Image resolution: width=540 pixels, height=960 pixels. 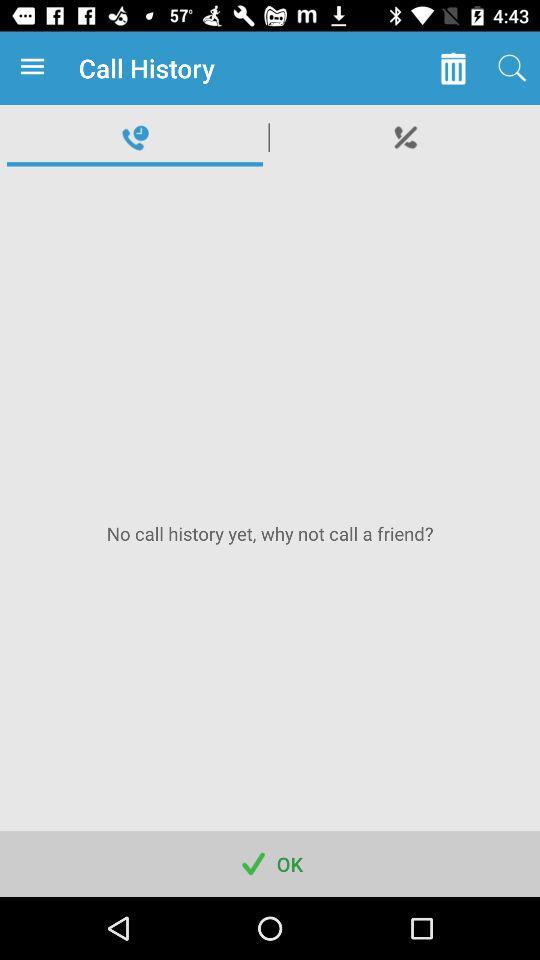 What do you see at coordinates (453, 68) in the screenshot?
I see `icon next to the call history` at bounding box center [453, 68].